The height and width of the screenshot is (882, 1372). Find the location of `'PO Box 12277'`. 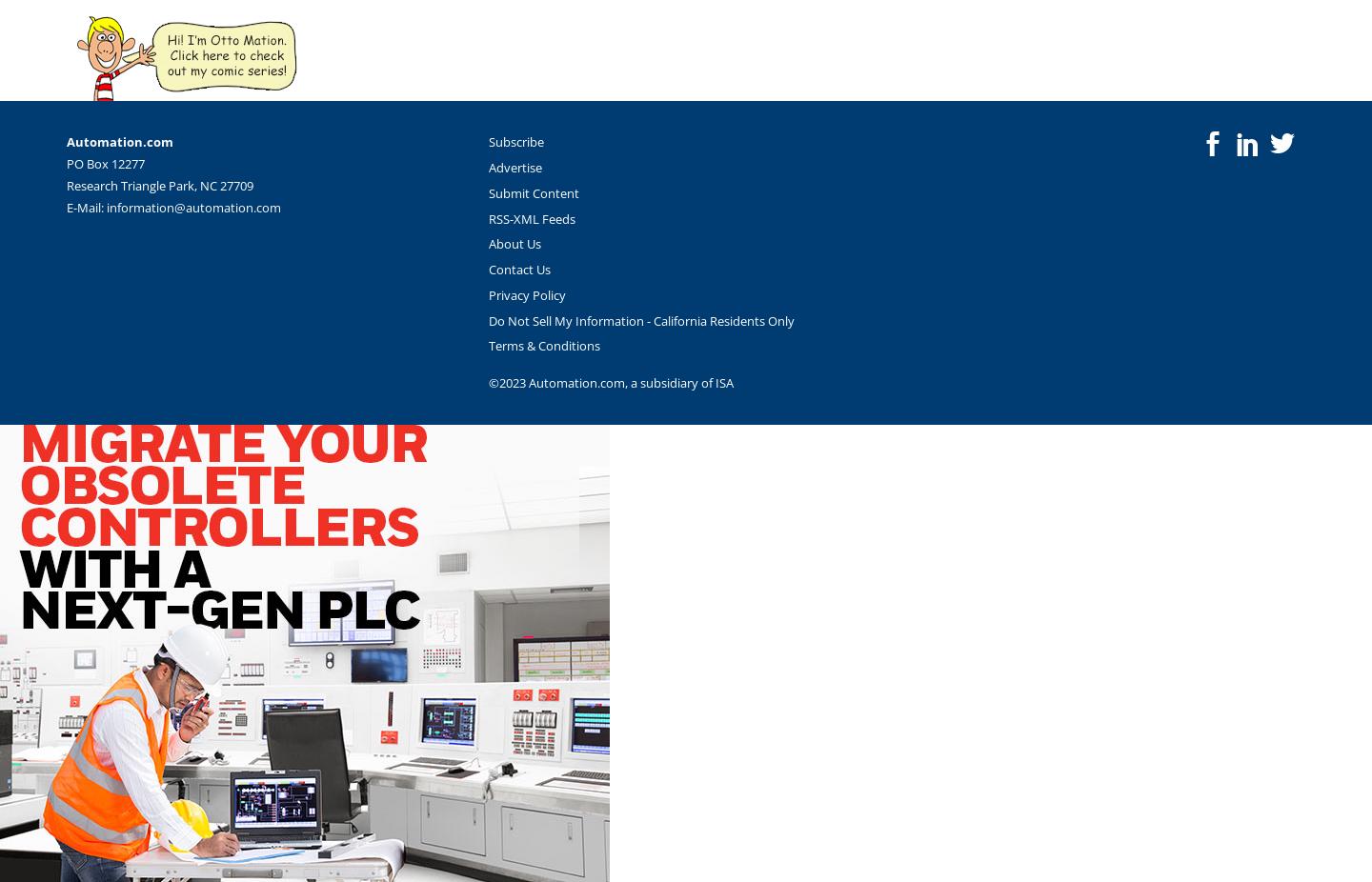

'PO Box 12277' is located at coordinates (106, 162).